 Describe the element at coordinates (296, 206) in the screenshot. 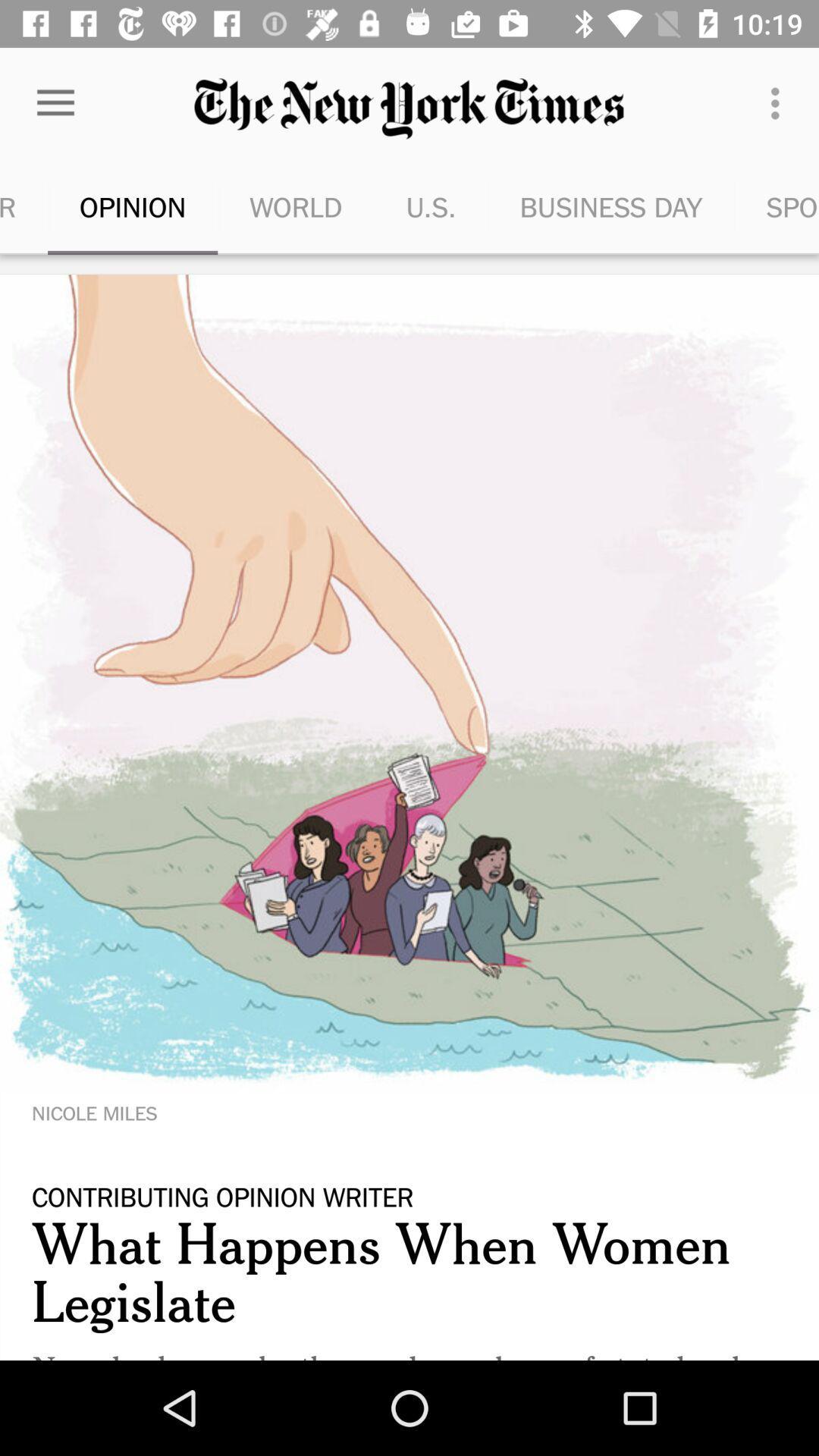

I see `icon next to opinion item` at that location.